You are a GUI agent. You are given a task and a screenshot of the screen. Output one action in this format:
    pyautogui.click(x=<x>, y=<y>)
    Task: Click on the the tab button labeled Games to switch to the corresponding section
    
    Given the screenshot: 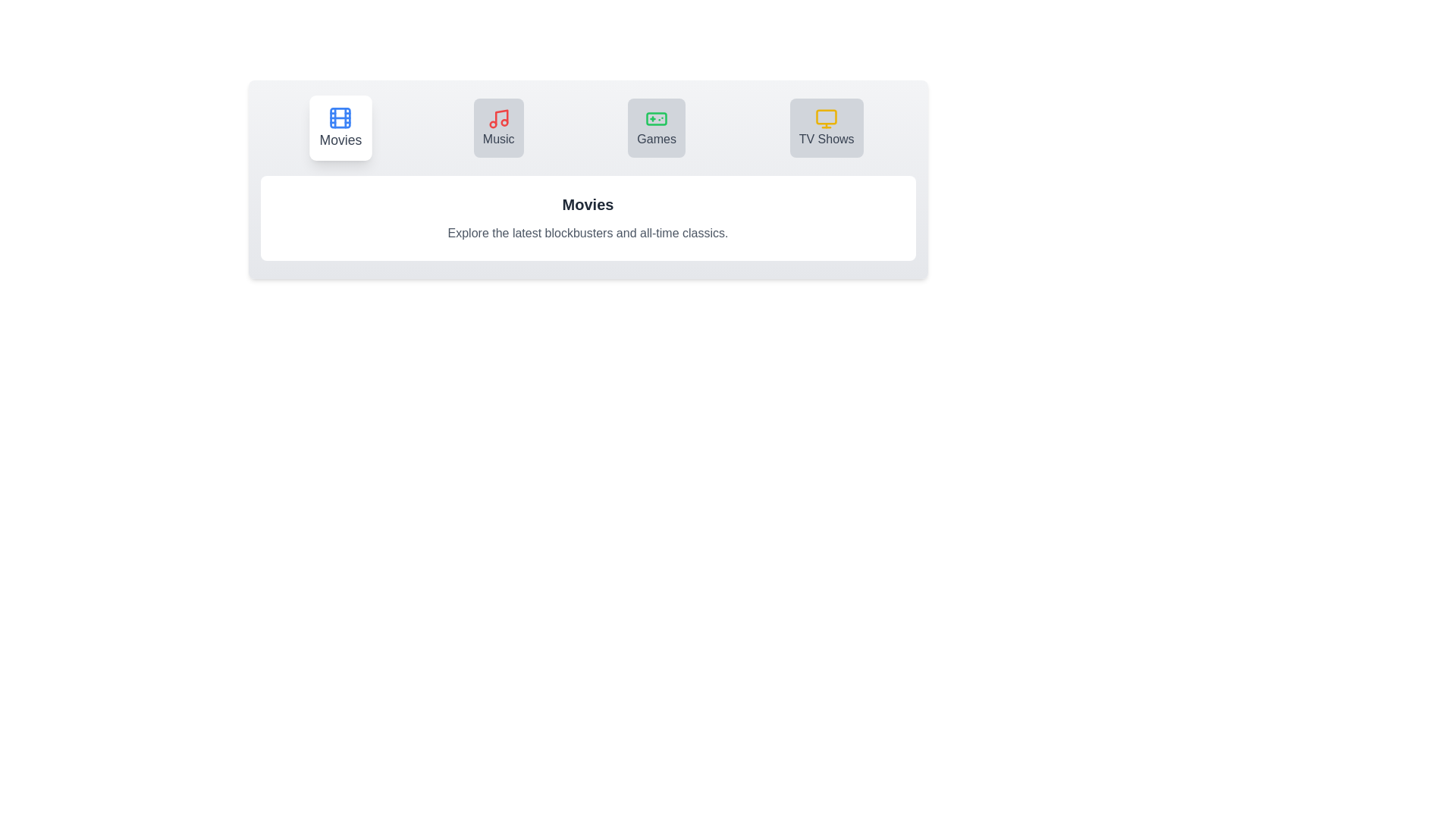 What is the action you would take?
    pyautogui.click(x=657, y=127)
    